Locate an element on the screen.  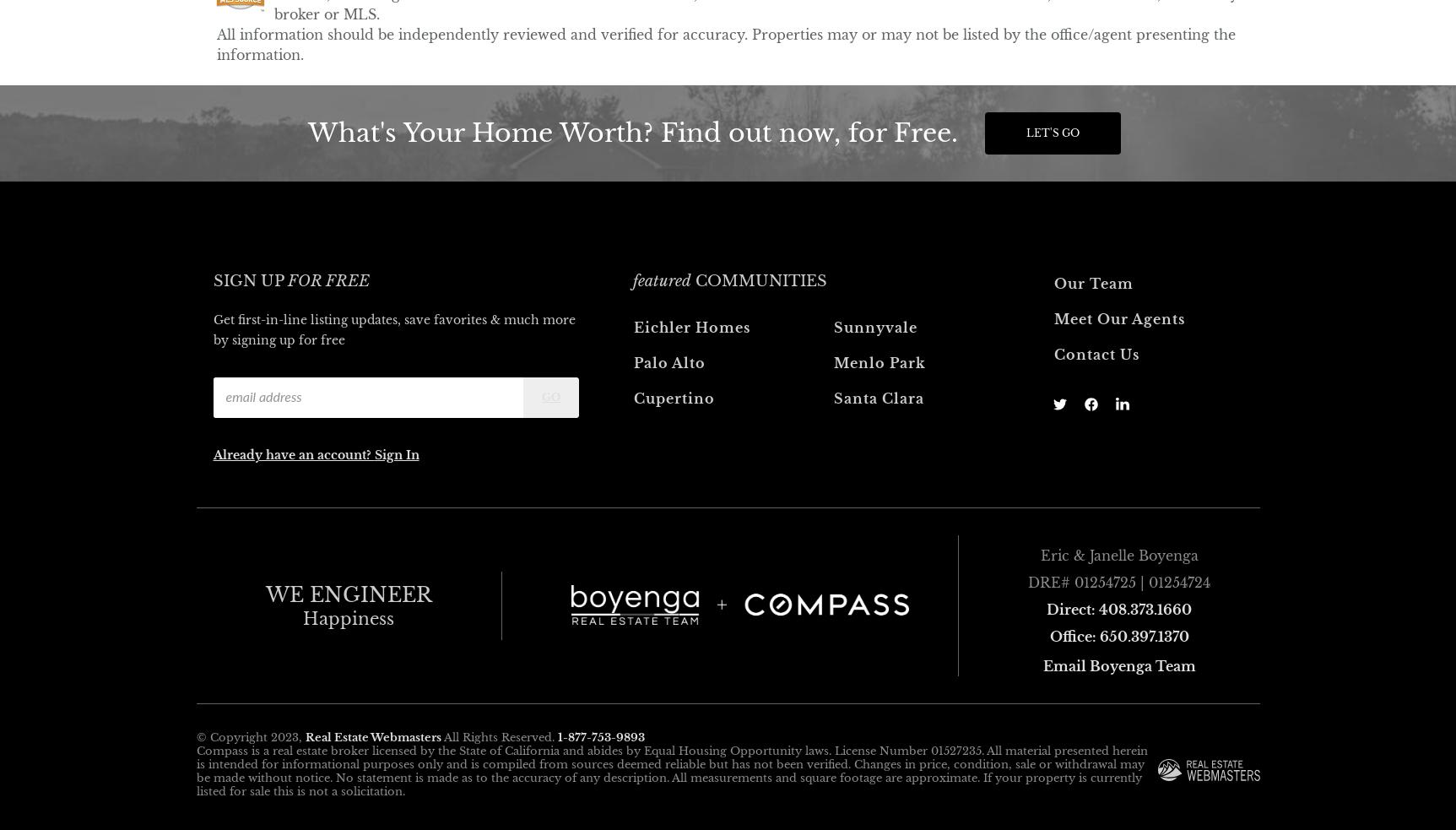
'© Copyright 2023,' is located at coordinates (249, 736).